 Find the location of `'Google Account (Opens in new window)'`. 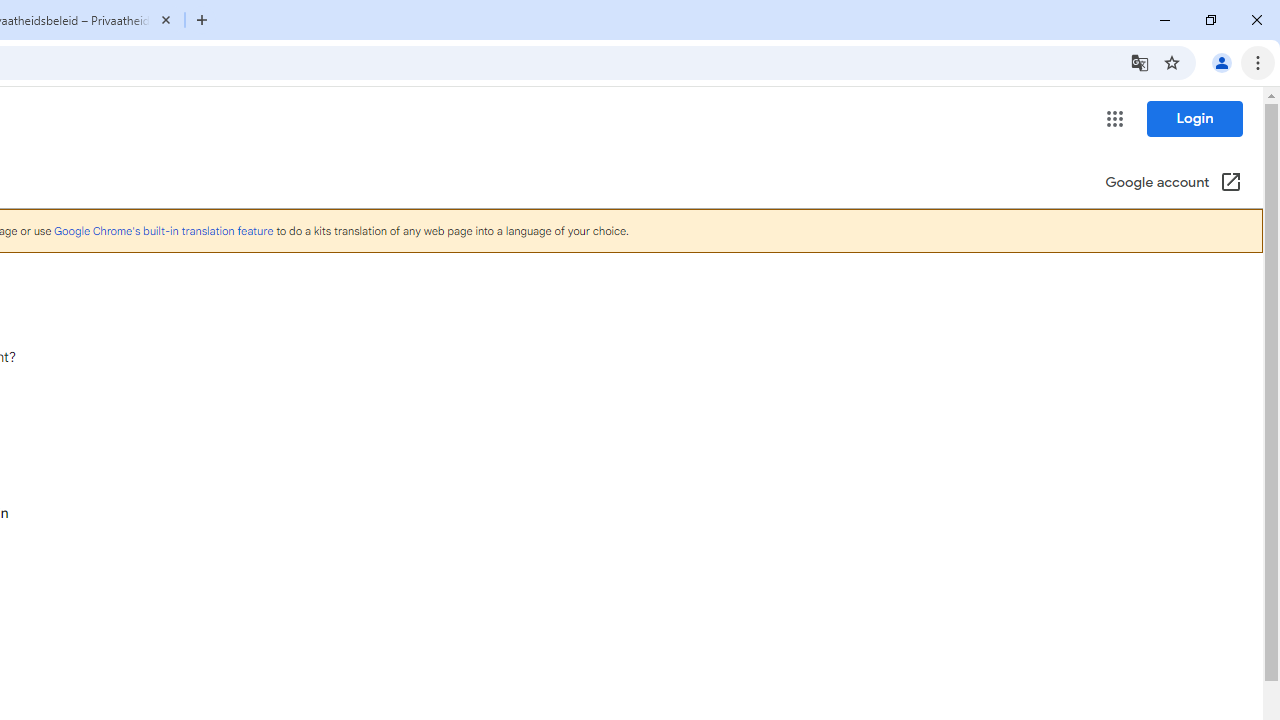

'Google Account (Opens in new window)' is located at coordinates (1173, 183).